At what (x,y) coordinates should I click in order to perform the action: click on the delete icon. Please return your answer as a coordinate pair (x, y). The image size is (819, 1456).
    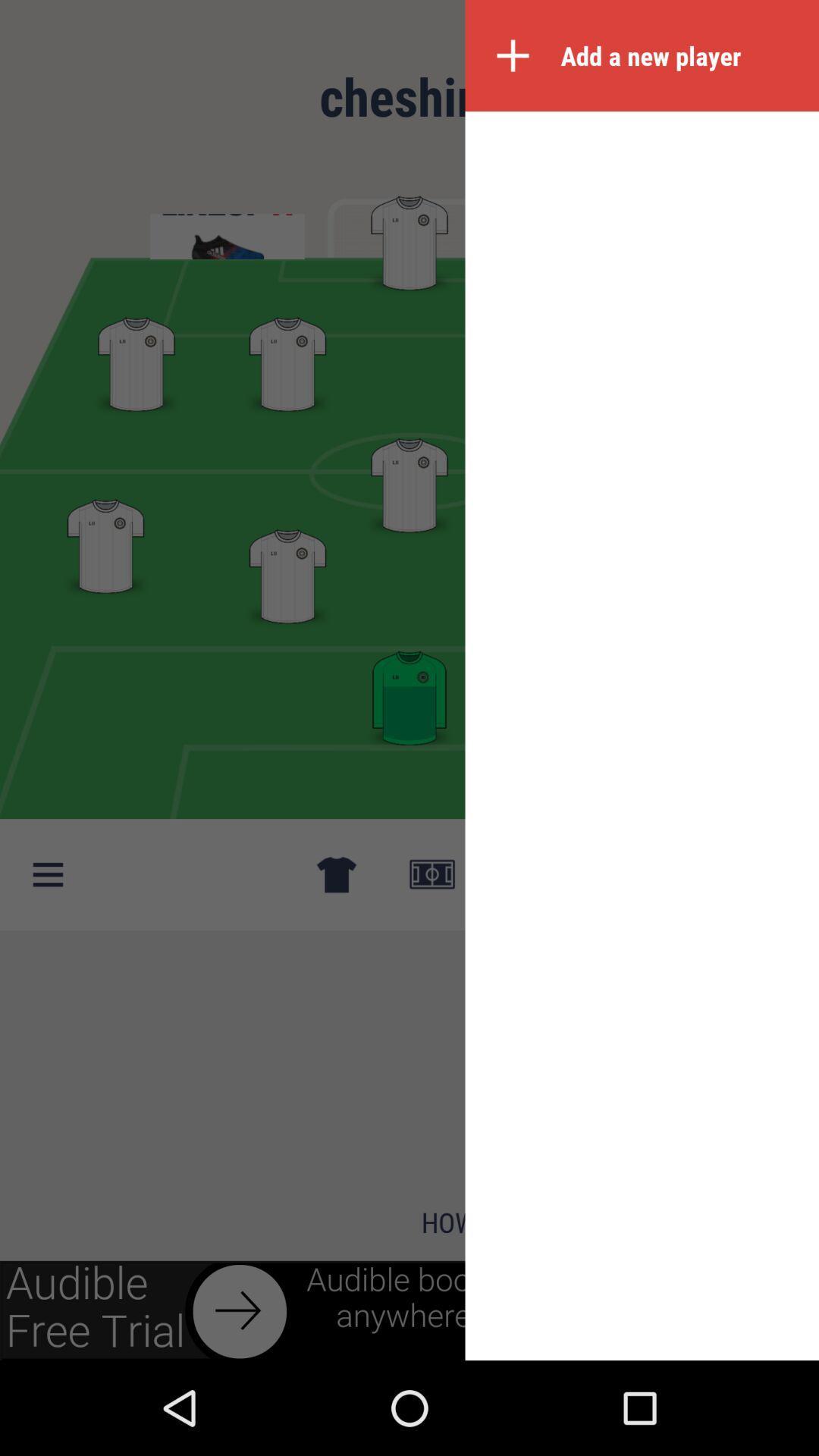
    Looking at the image, I should click on (335, 874).